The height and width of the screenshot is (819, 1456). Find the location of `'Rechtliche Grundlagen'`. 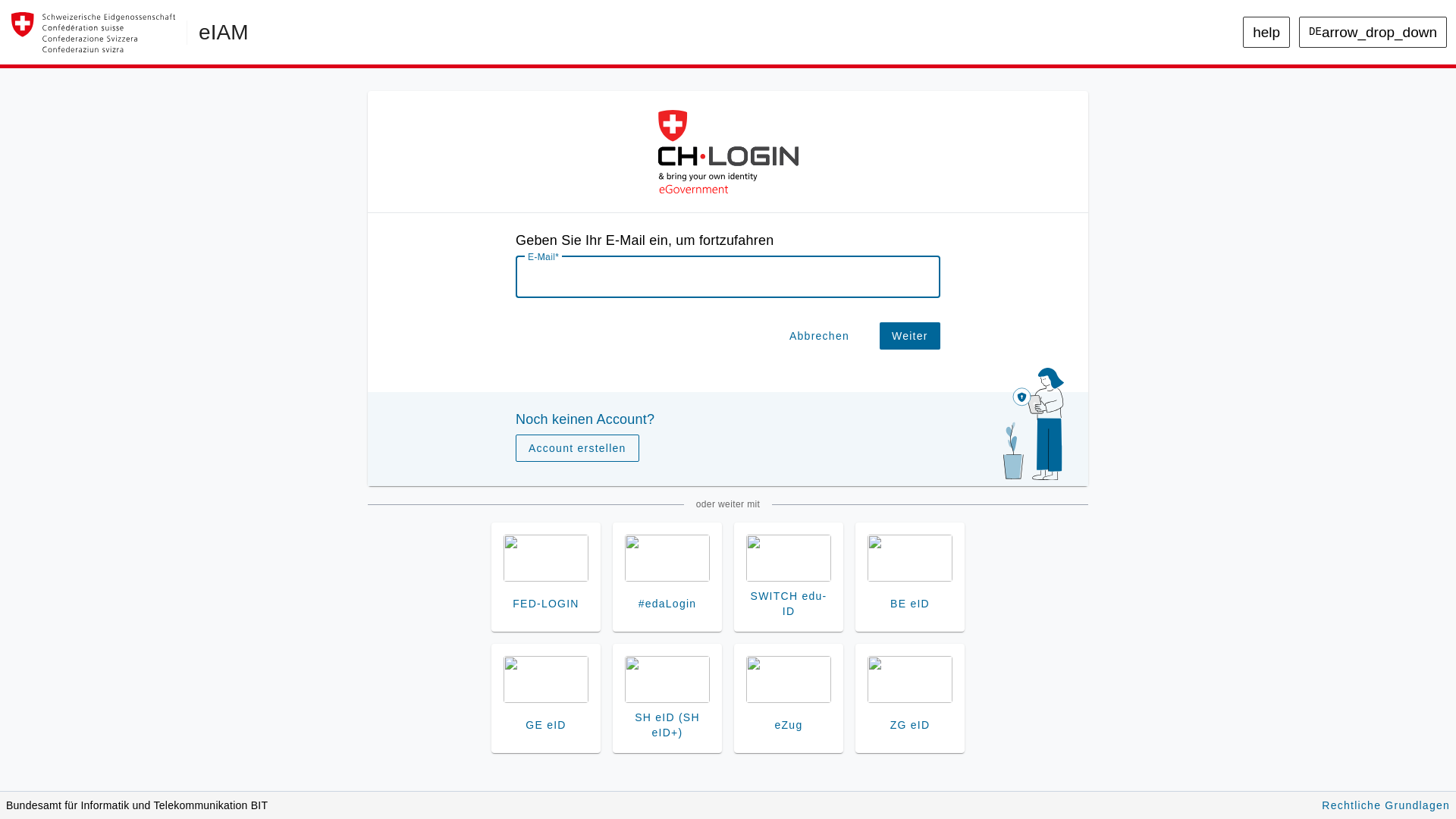

'Rechtliche Grundlagen' is located at coordinates (1373, 803).